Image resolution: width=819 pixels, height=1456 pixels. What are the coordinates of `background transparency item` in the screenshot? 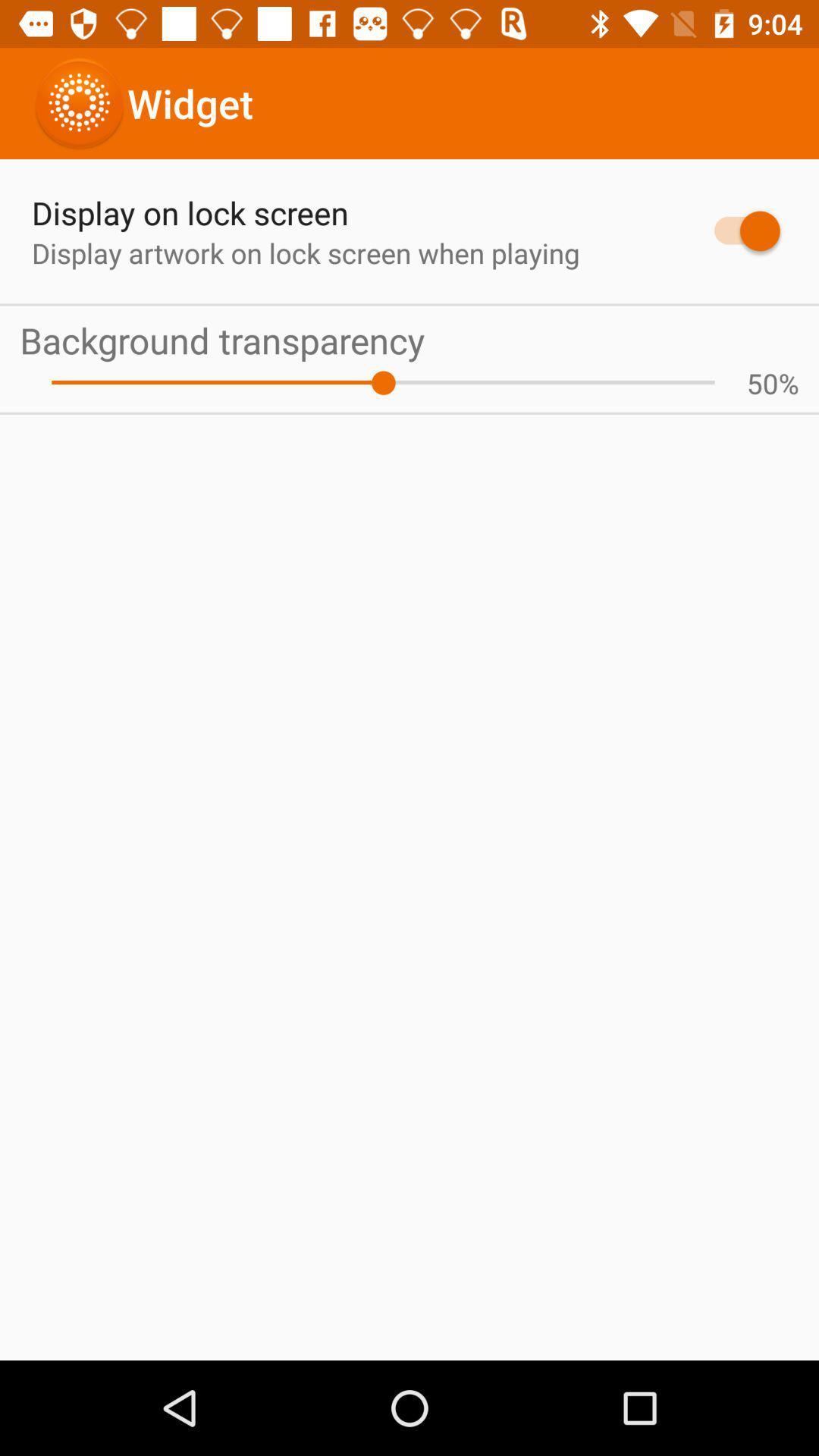 It's located at (409, 339).